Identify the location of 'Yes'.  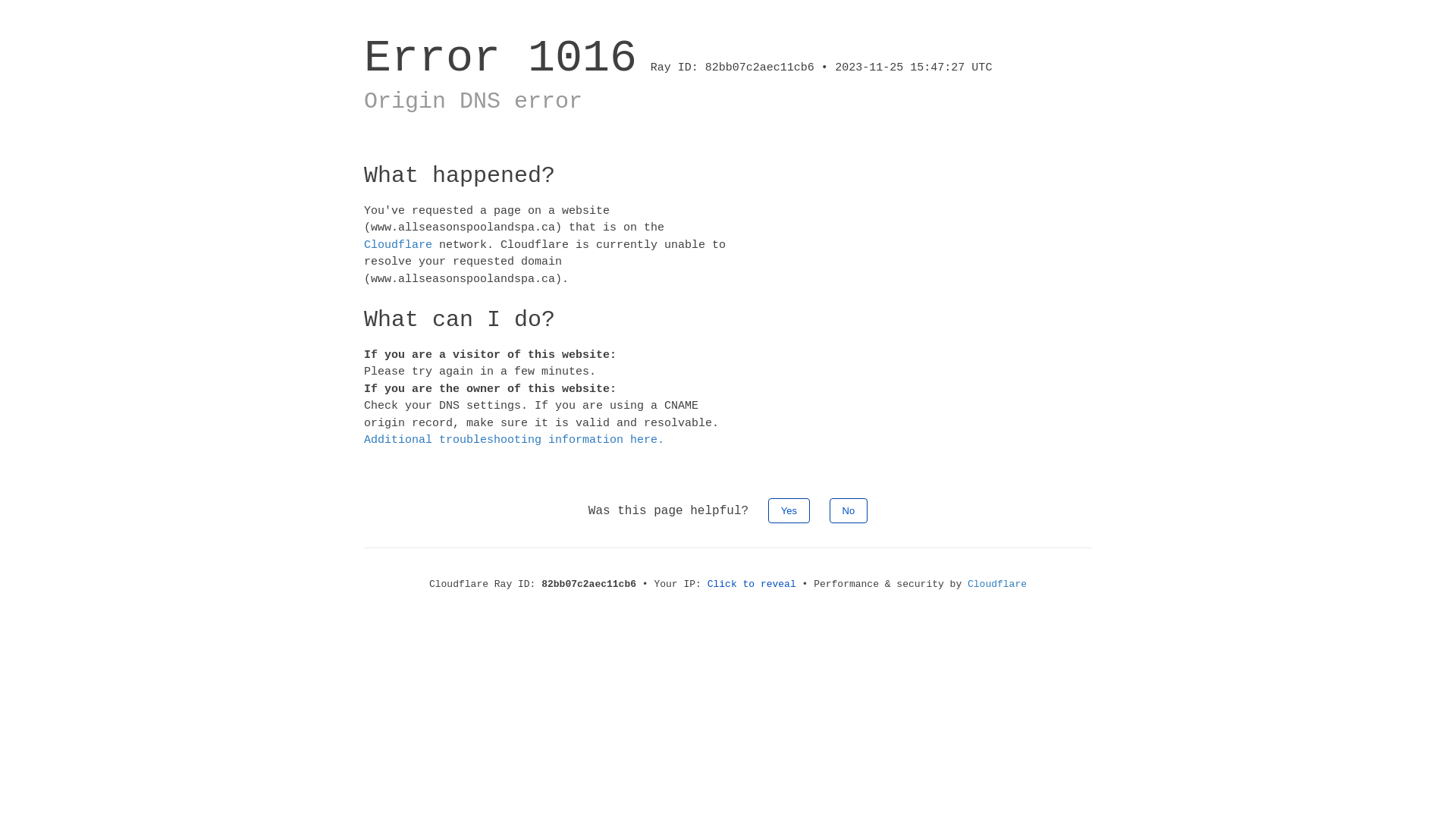
(789, 510).